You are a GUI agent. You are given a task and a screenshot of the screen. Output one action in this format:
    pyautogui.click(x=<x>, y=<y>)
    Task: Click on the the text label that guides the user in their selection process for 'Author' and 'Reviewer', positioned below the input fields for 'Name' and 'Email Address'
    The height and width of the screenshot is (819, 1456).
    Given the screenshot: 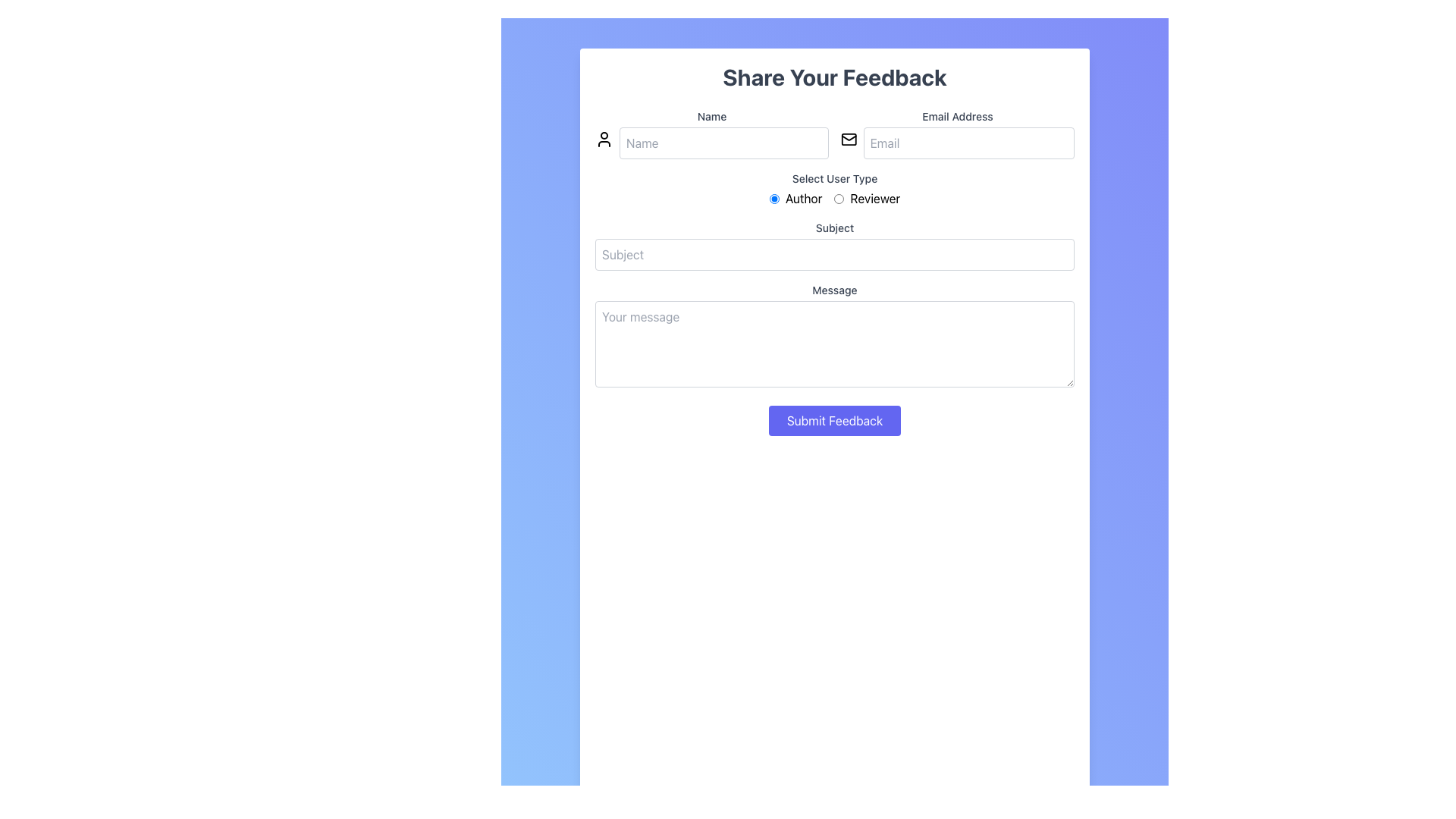 What is the action you would take?
    pyautogui.click(x=833, y=177)
    